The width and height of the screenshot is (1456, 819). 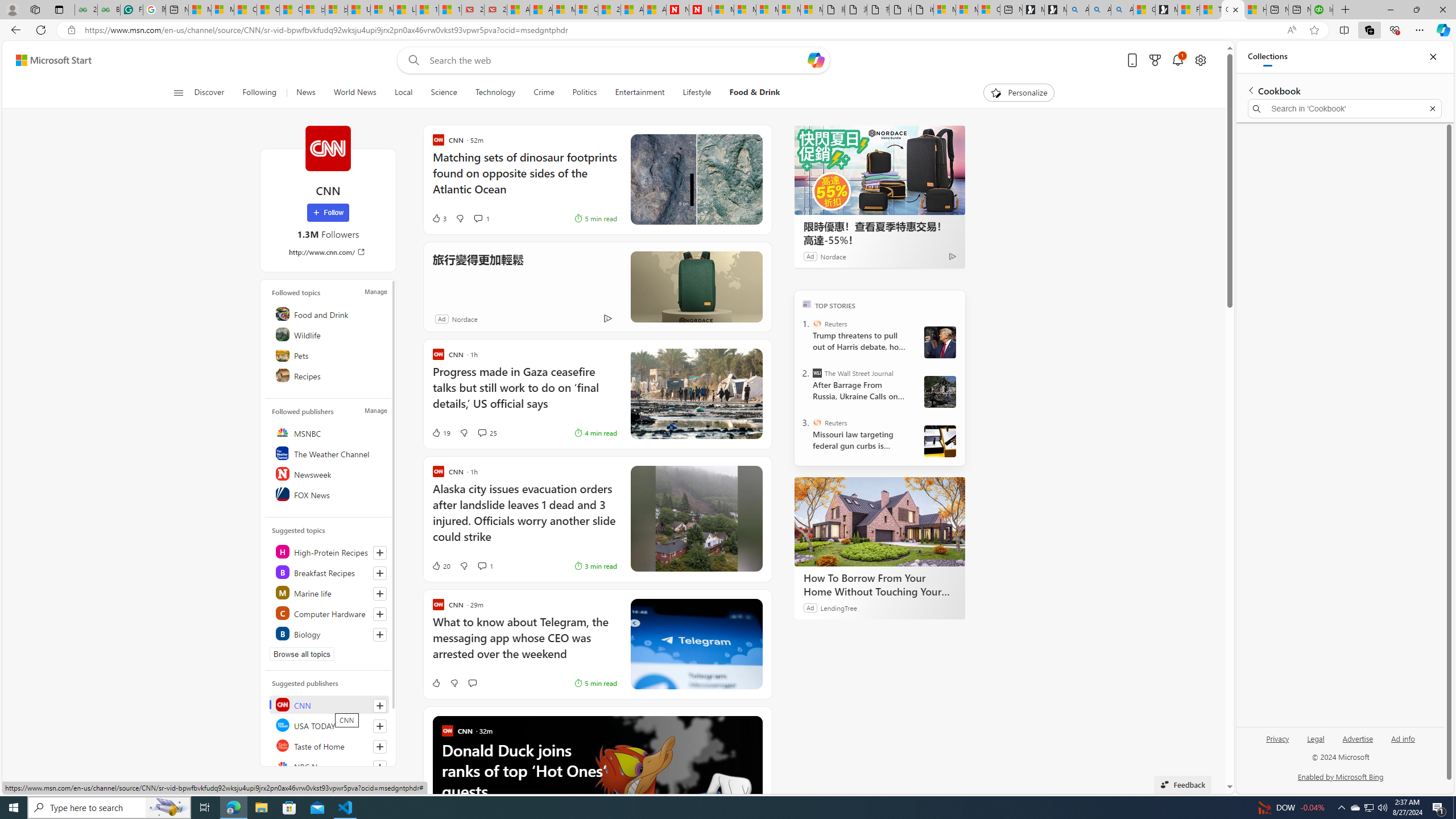 I want to click on 'itconcepthk.com/projector_solutions.mp4', so click(x=923, y=9).